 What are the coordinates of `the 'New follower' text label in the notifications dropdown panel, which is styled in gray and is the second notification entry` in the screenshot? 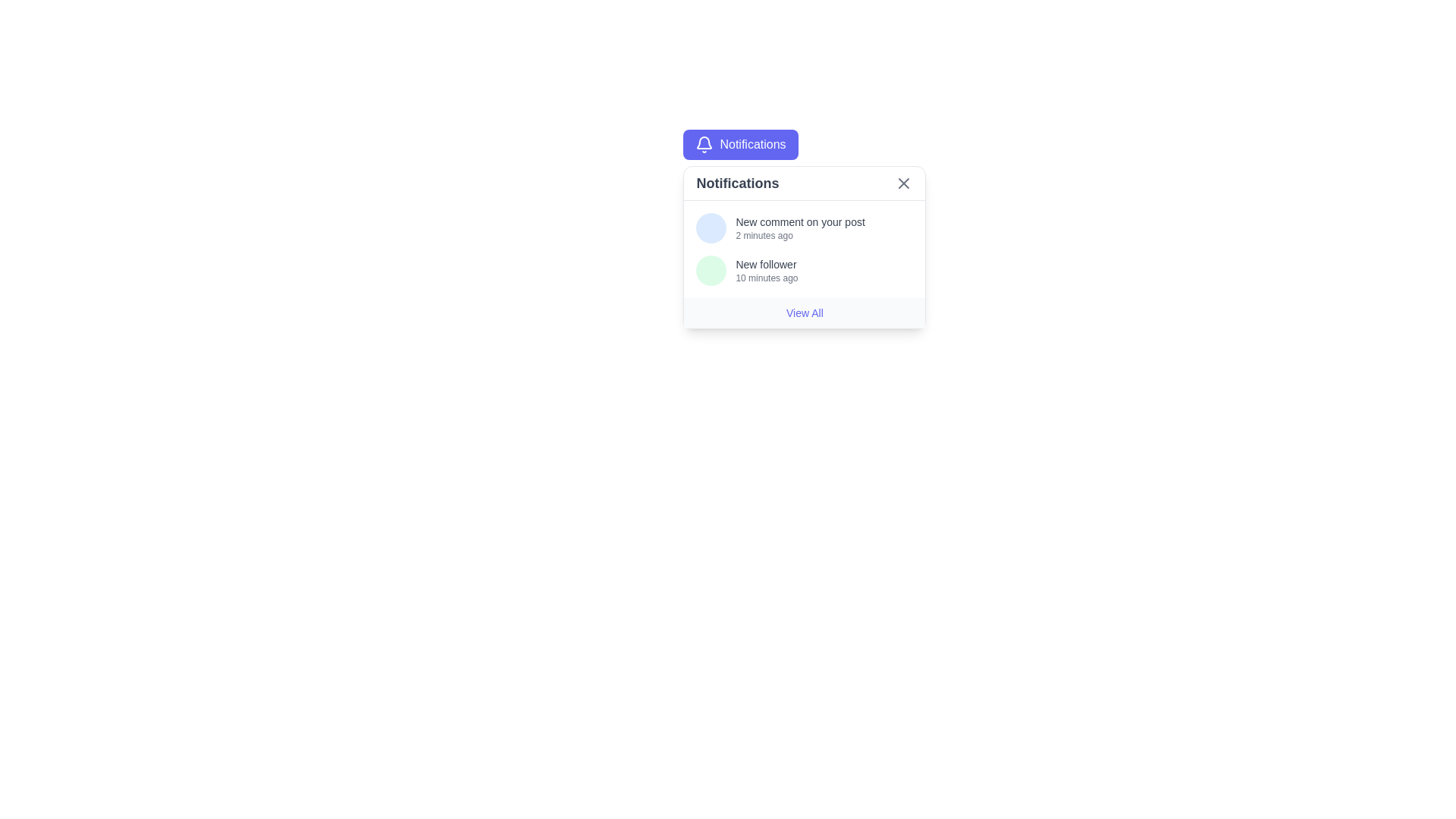 It's located at (767, 263).